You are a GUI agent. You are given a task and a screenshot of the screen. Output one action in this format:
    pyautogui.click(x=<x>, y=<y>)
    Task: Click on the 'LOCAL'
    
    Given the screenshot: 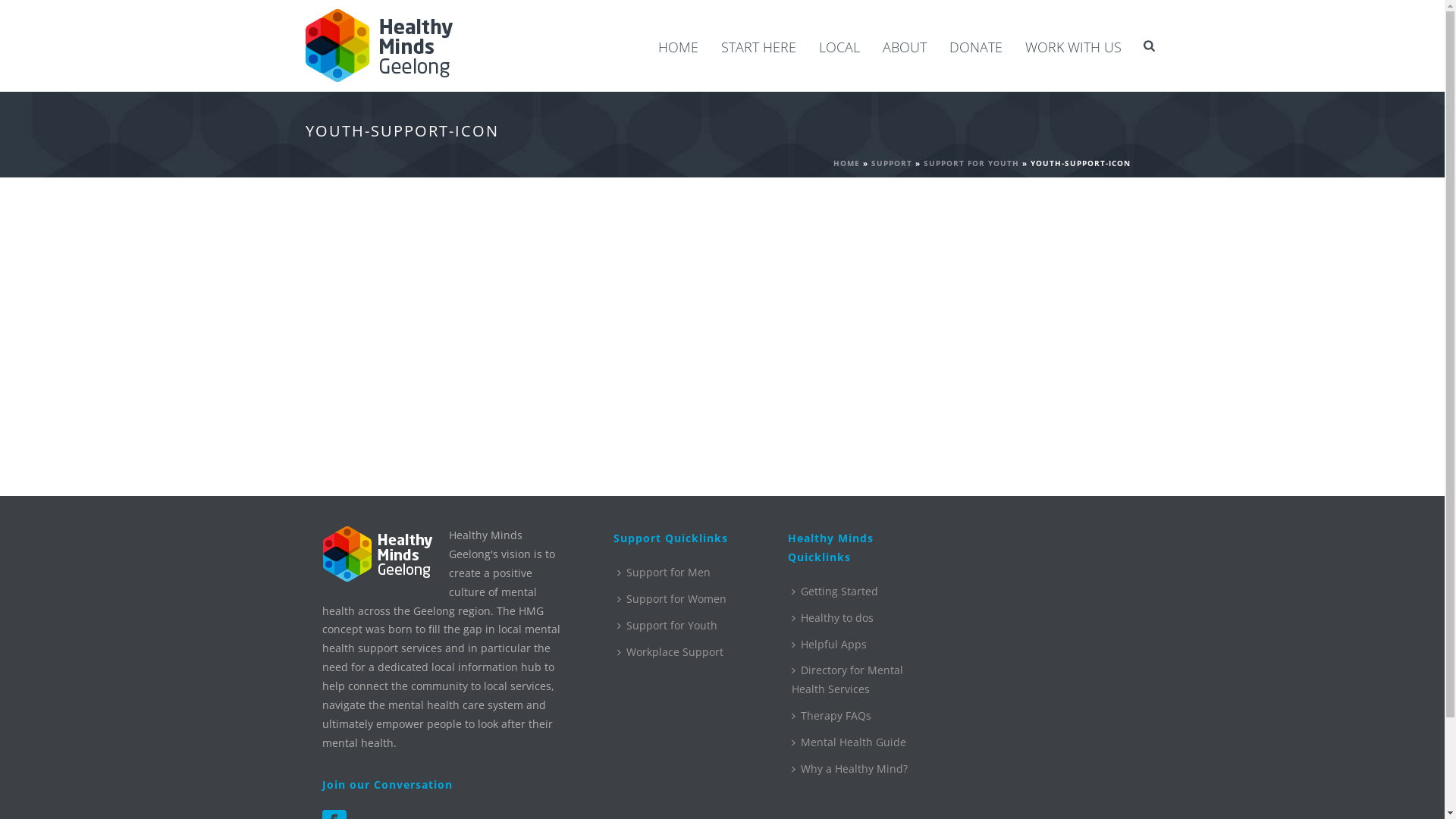 What is the action you would take?
    pyautogui.click(x=839, y=45)
    